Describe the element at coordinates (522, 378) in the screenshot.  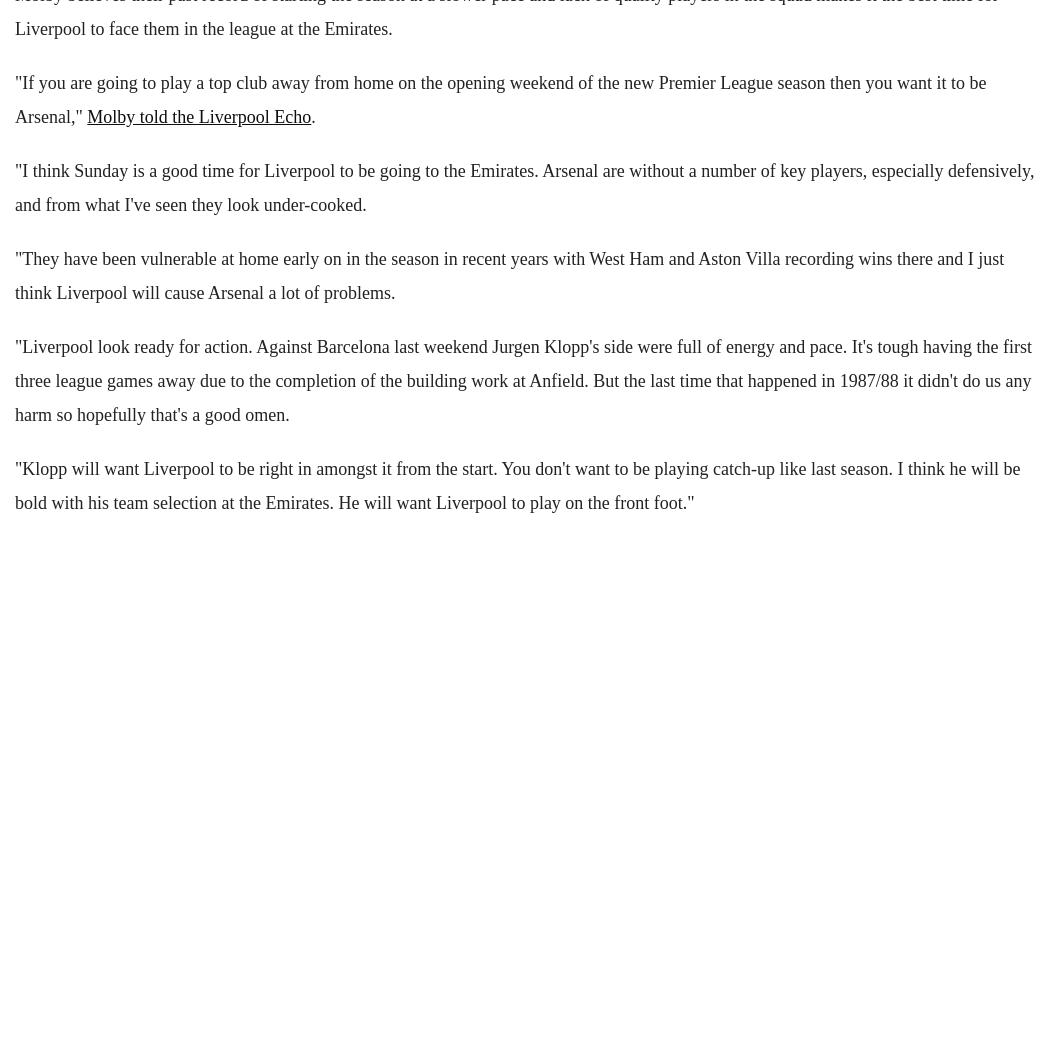
I see `'"Liverpool look ready for action. Against Barcelona last weekend Jurgen Klopp's side were full of energy and pace. It's tough having the first three league games away due to the completion of the building work at Anfield. But the last time that happened in 1987/88 it didn't do us any harm so hopefully that's a good omen.'` at that location.